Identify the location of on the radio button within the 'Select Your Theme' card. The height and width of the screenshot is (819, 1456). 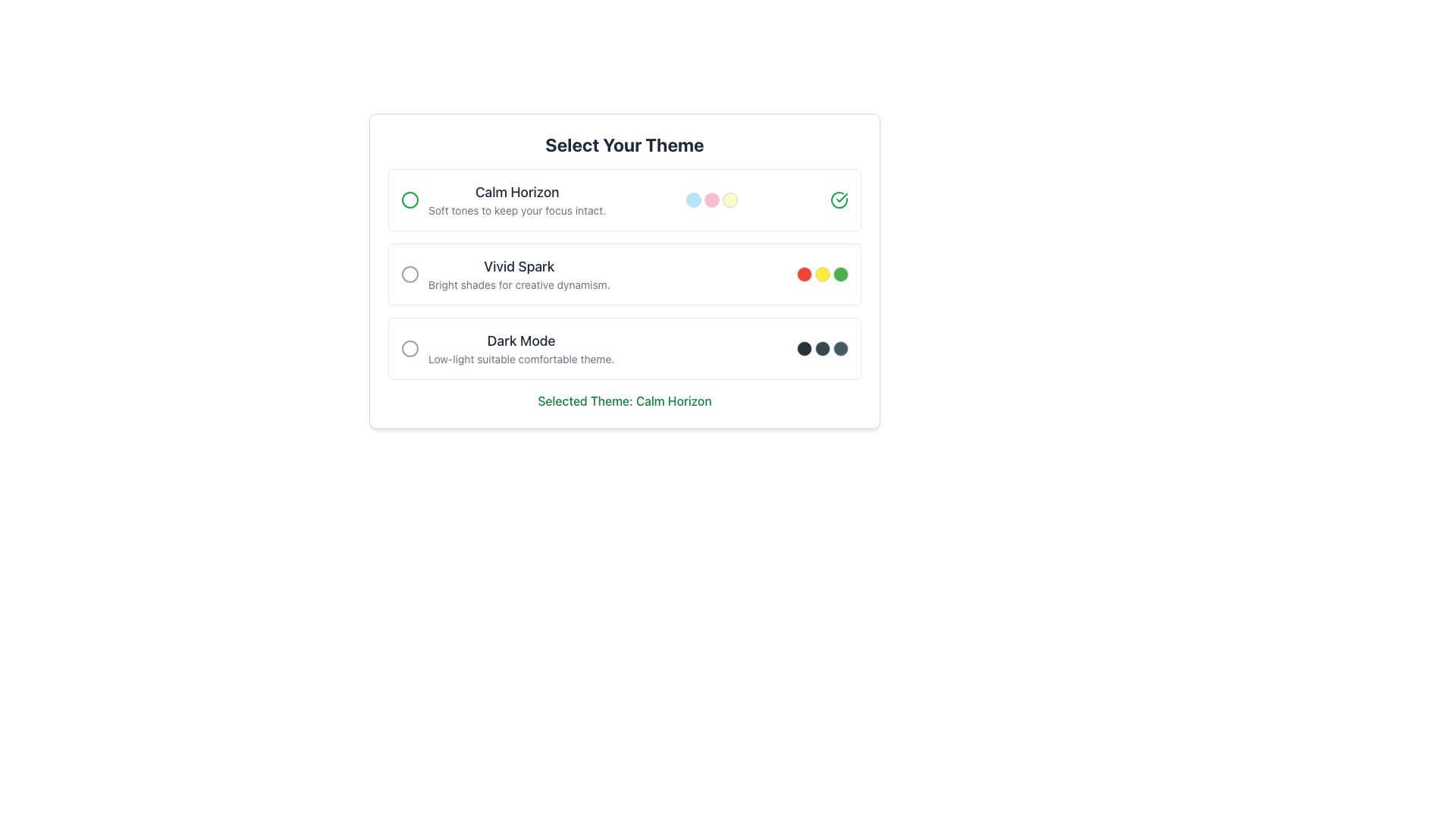
(625, 275).